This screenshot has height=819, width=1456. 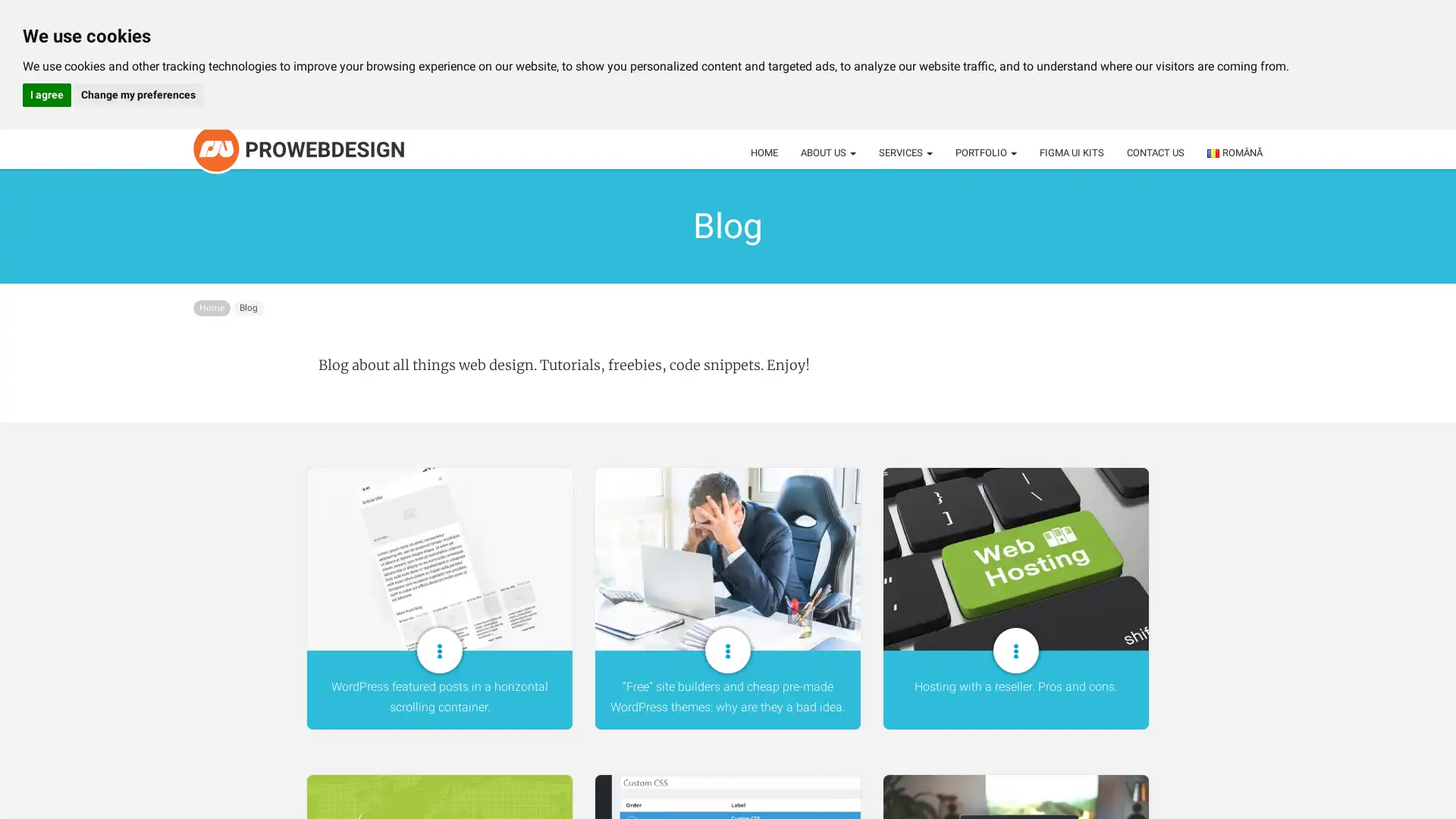 I want to click on I agree, so click(x=47, y=95).